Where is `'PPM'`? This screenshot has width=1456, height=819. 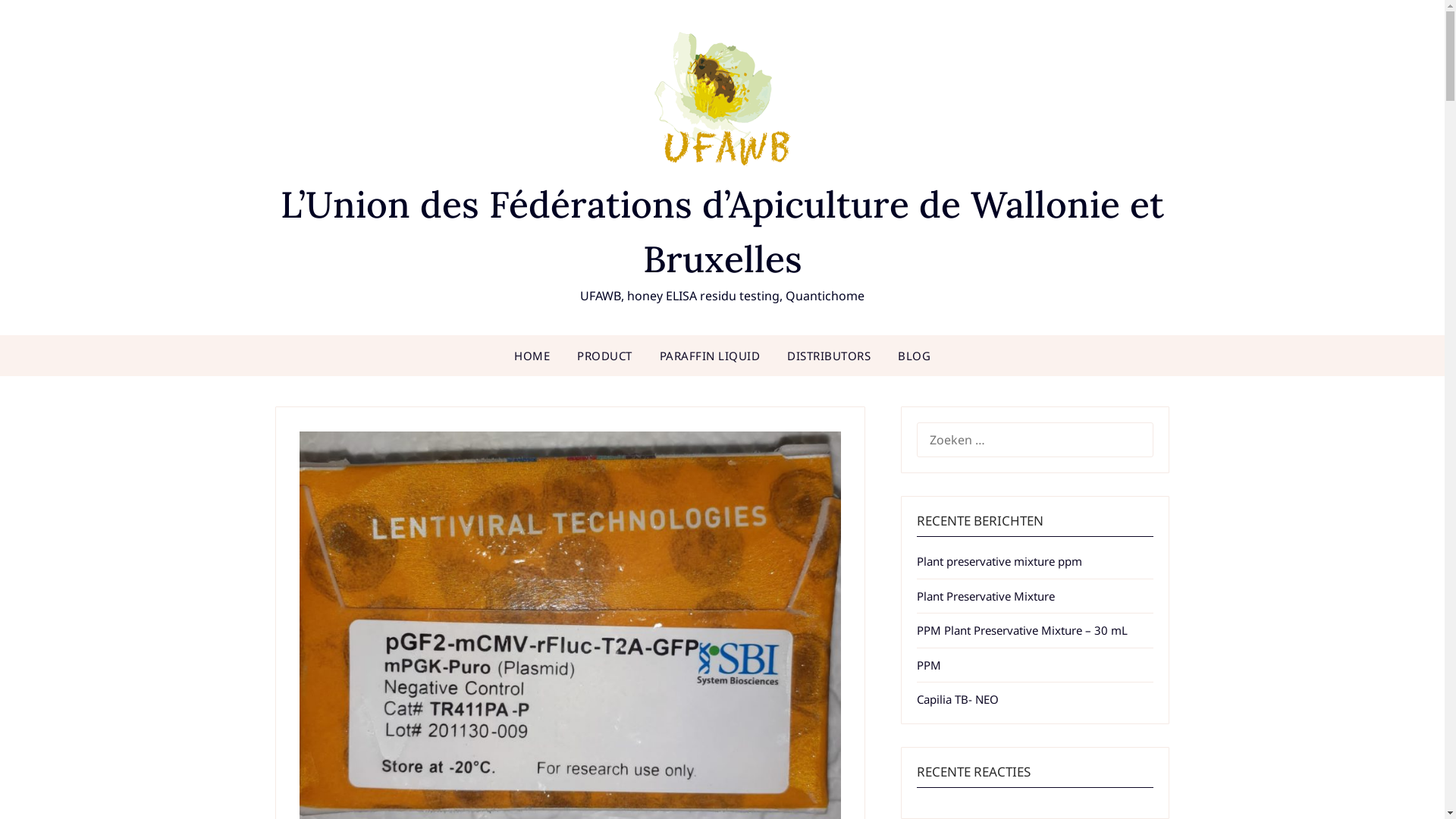
'PPM' is located at coordinates (927, 664).